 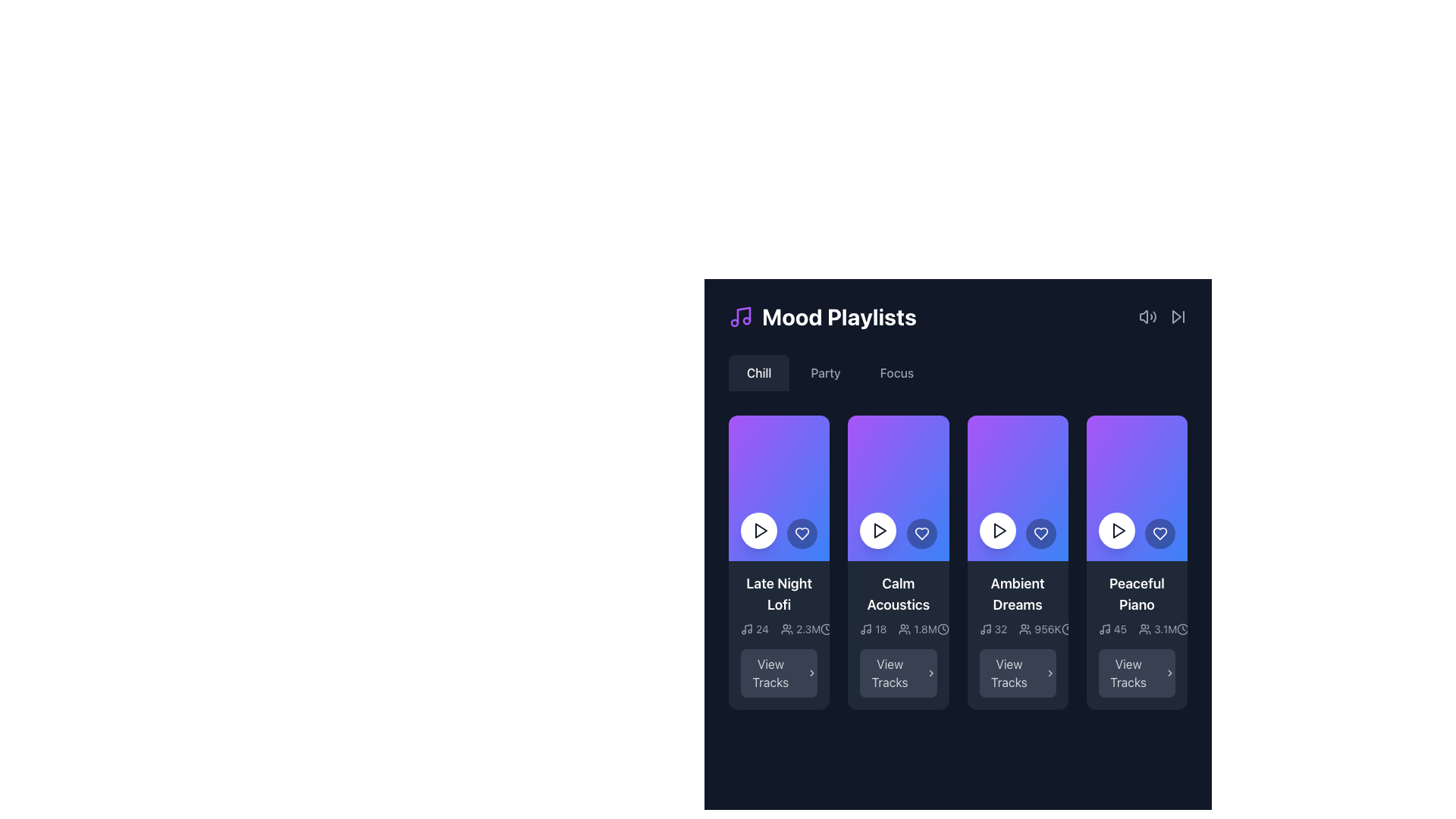 What do you see at coordinates (1018, 672) in the screenshot?
I see `the 'View Tracks' button located at the bottom of the 'Ambient Dreams' playlist card` at bounding box center [1018, 672].